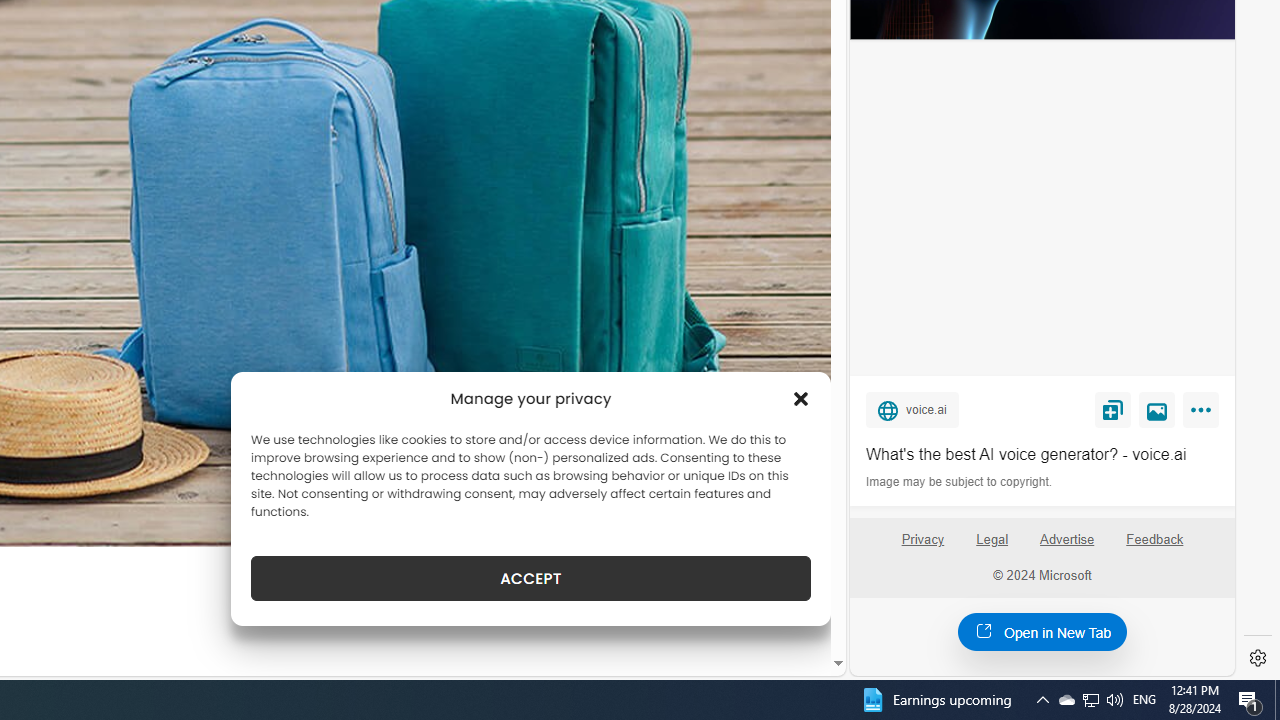  What do you see at coordinates (992, 547) in the screenshot?
I see `'Legal'` at bounding box center [992, 547].